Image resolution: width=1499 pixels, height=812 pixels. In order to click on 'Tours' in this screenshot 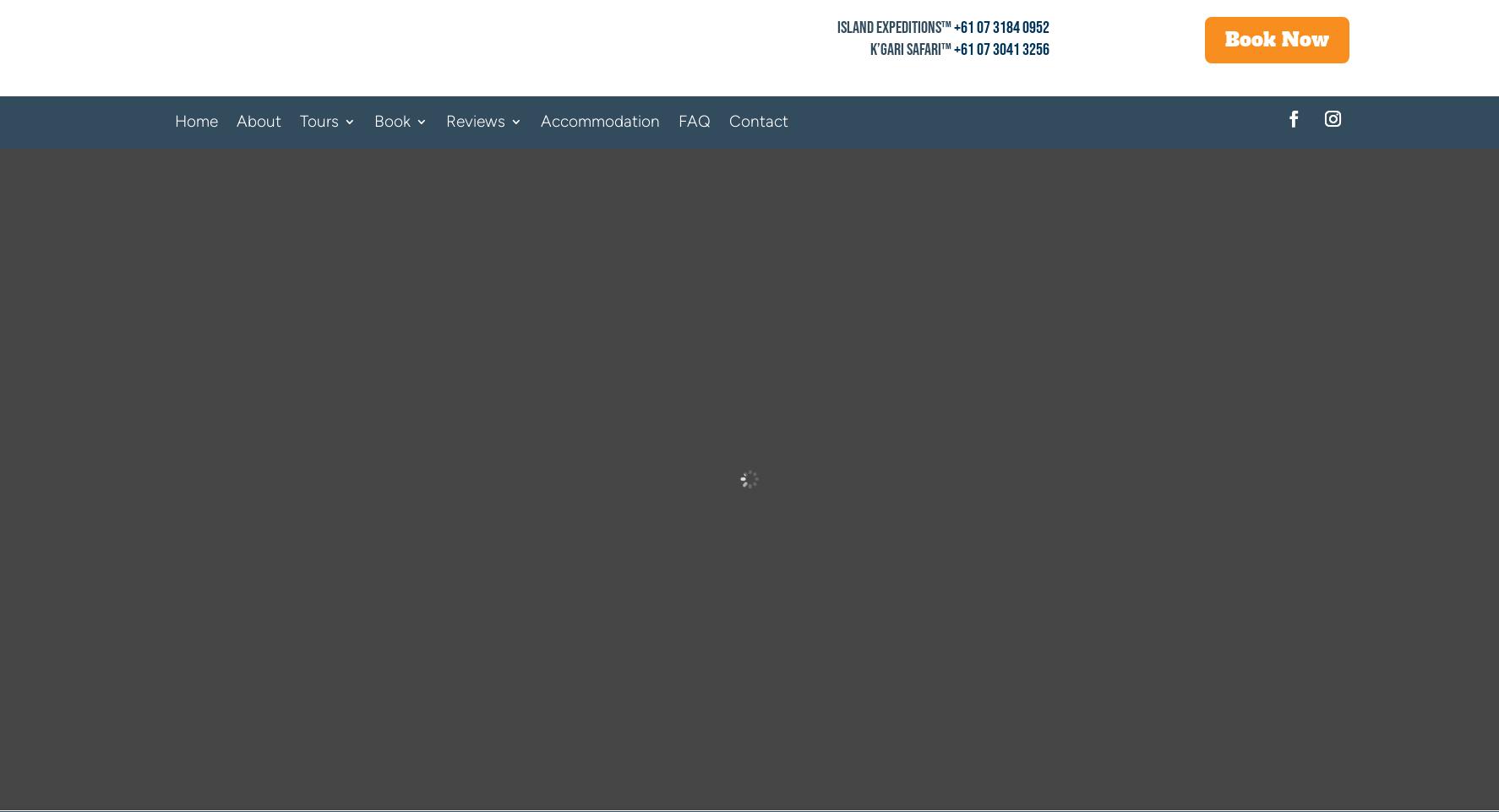, I will do `click(299, 120)`.